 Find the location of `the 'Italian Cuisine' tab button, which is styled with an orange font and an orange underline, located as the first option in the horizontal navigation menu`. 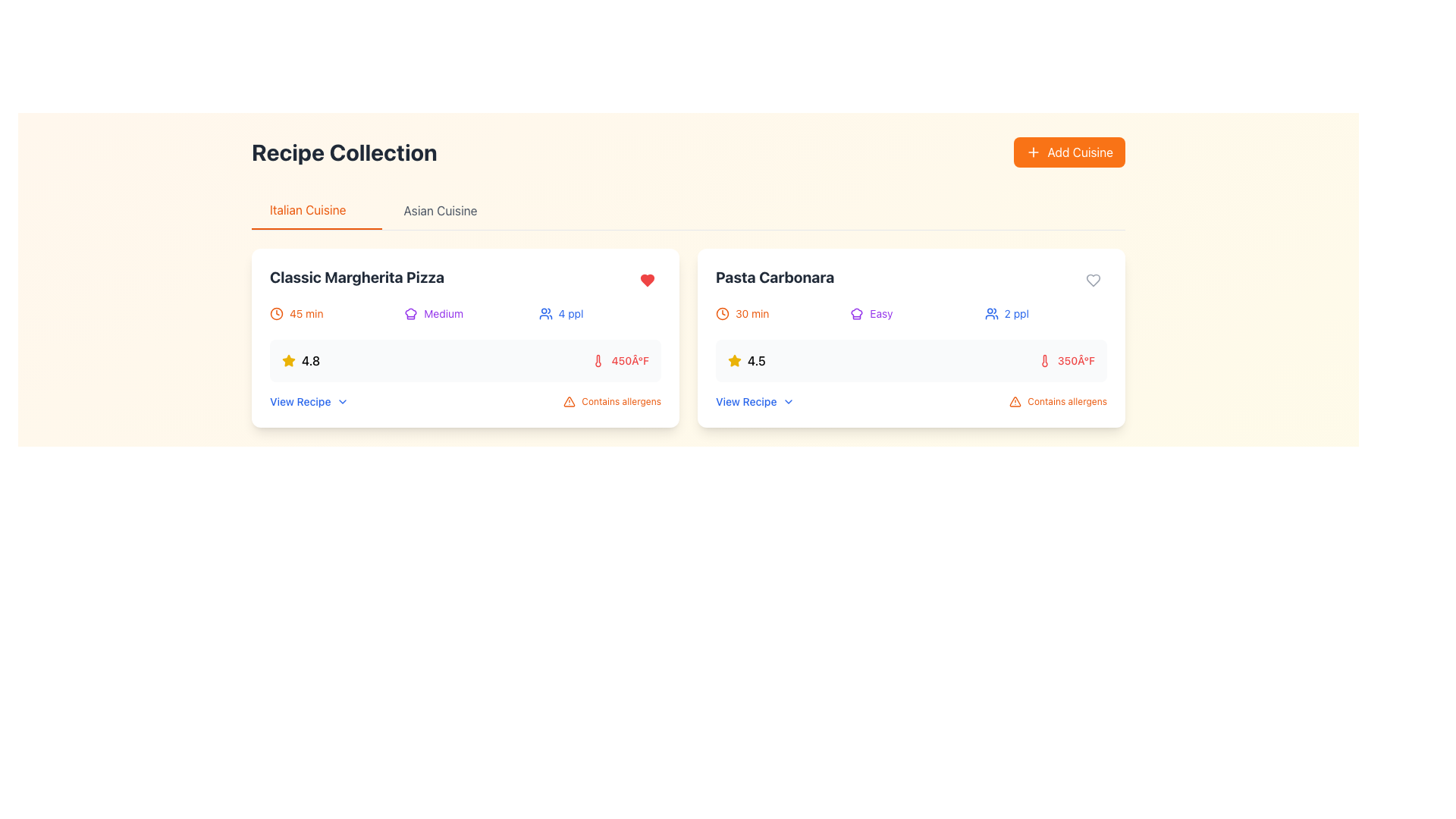

the 'Italian Cuisine' tab button, which is styled with an orange font and an orange underline, located as the first option in the horizontal navigation menu is located at coordinates (316, 210).